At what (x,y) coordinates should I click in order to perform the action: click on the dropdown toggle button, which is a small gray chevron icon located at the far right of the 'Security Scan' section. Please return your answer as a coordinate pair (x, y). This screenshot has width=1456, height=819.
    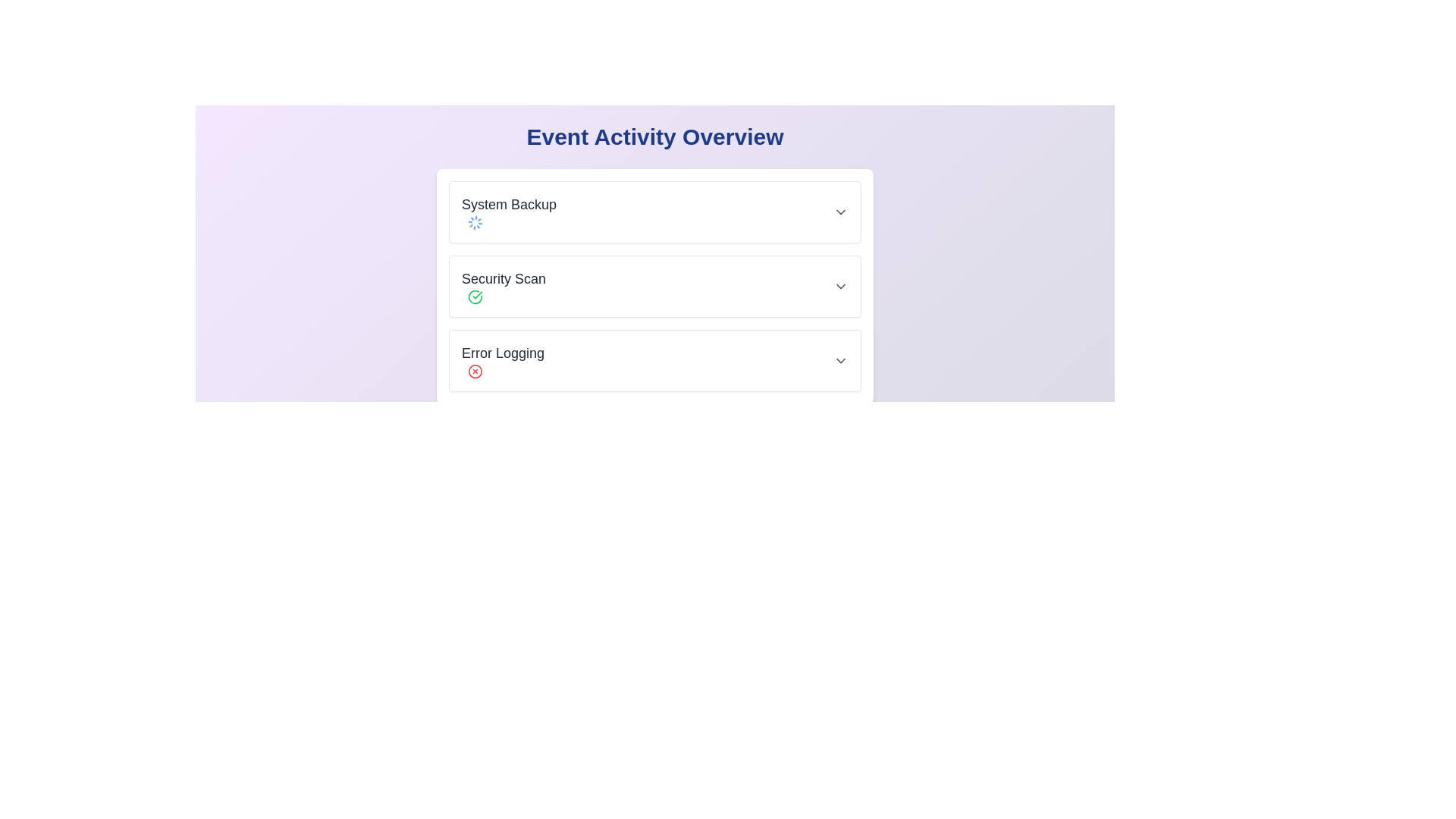
    Looking at the image, I should click on (839, 287).